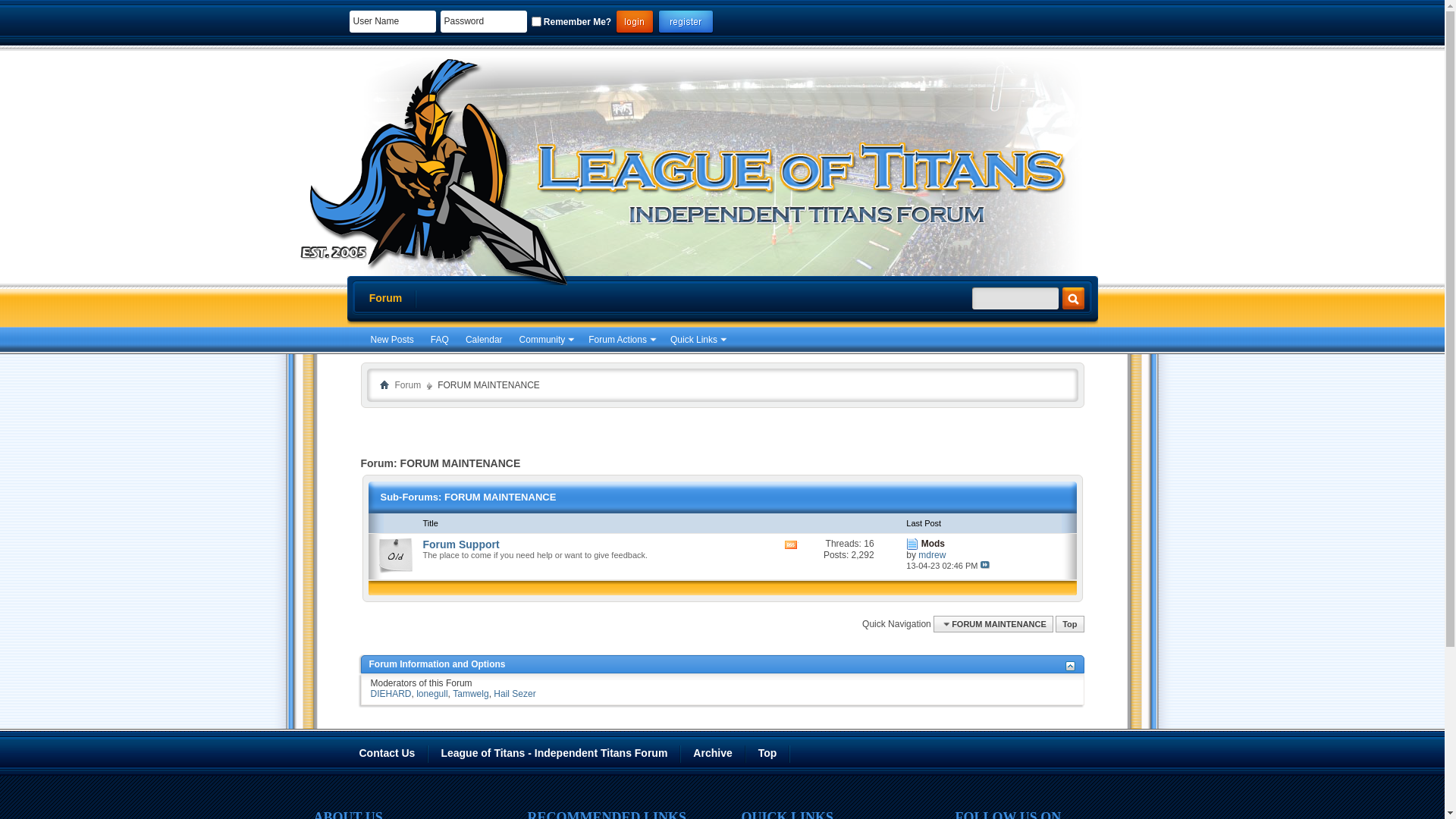 This screenshot has width=1456, height=819. Describe the element at coordinates (685, 22) in the screenshot. I see `'Register'` at that location.